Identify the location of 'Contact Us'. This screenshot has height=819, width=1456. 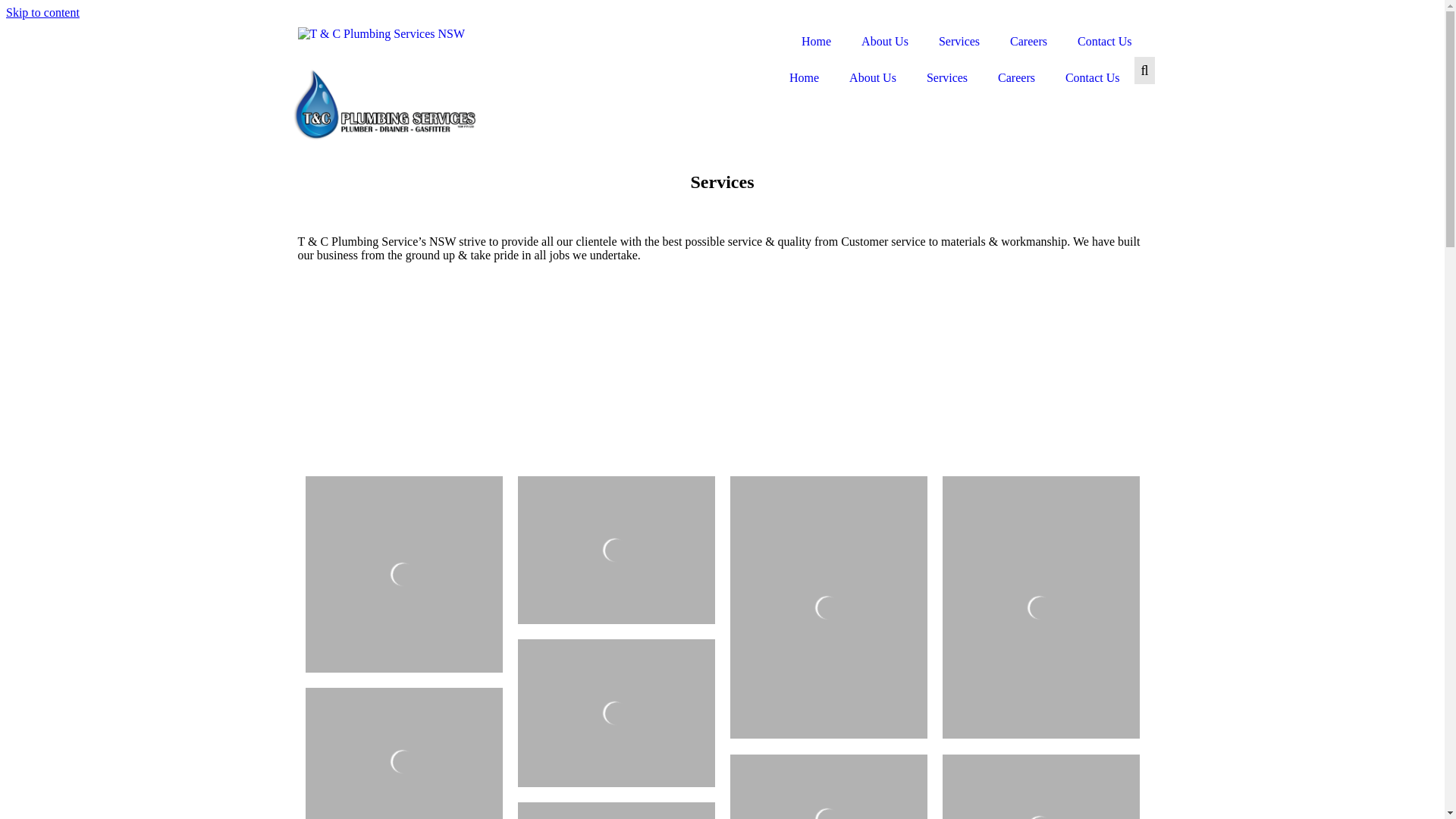
(1105, 40).